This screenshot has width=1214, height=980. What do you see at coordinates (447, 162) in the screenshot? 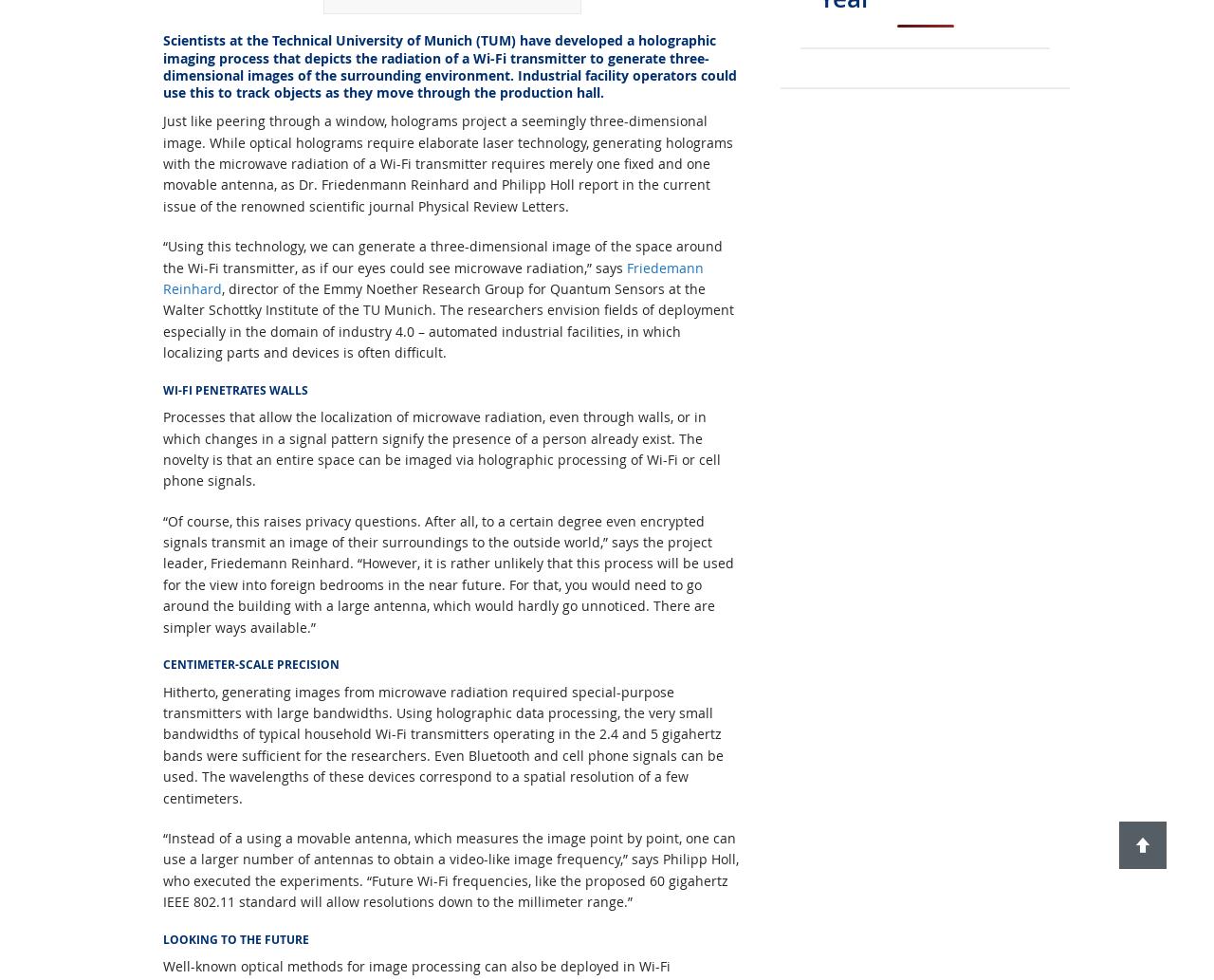
I see `'Just like peering through a window, holograms project a seemingly three-dimensional image. While optical holograms require elaborate laser technology, generating holograms with the microwave radiation of a Wi-Fi transmitter requires merely one fixed and one movable antenna, as Dr. Friedenmann Reinhard and Philipp Holl report in the current issue of the renowned scientific journal Physical Review Letters.'` at bounding box center [447, 162].